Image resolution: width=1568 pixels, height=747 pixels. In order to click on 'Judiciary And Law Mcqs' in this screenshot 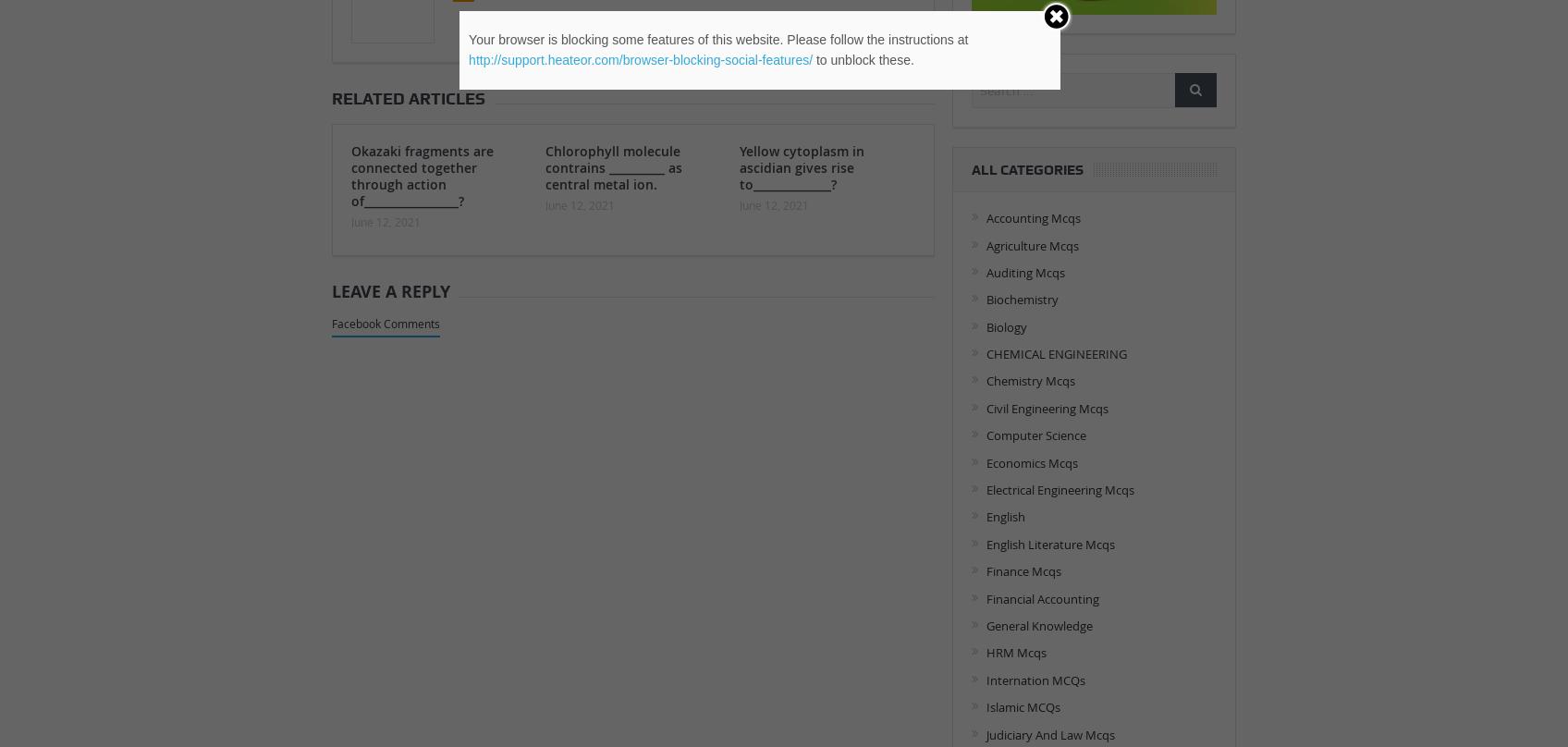, I will do `click(985, 733)`.